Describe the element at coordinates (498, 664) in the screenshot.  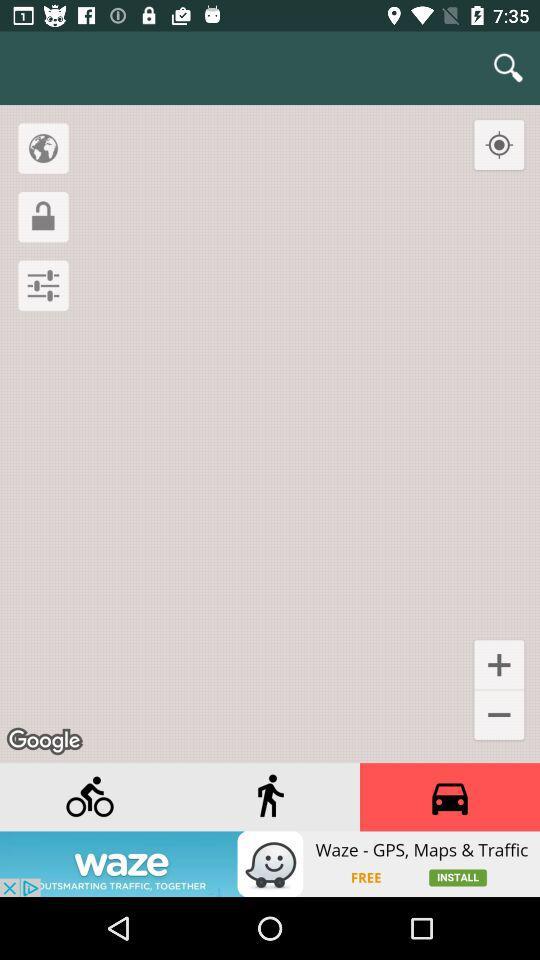
I see `the add icon` at that location.